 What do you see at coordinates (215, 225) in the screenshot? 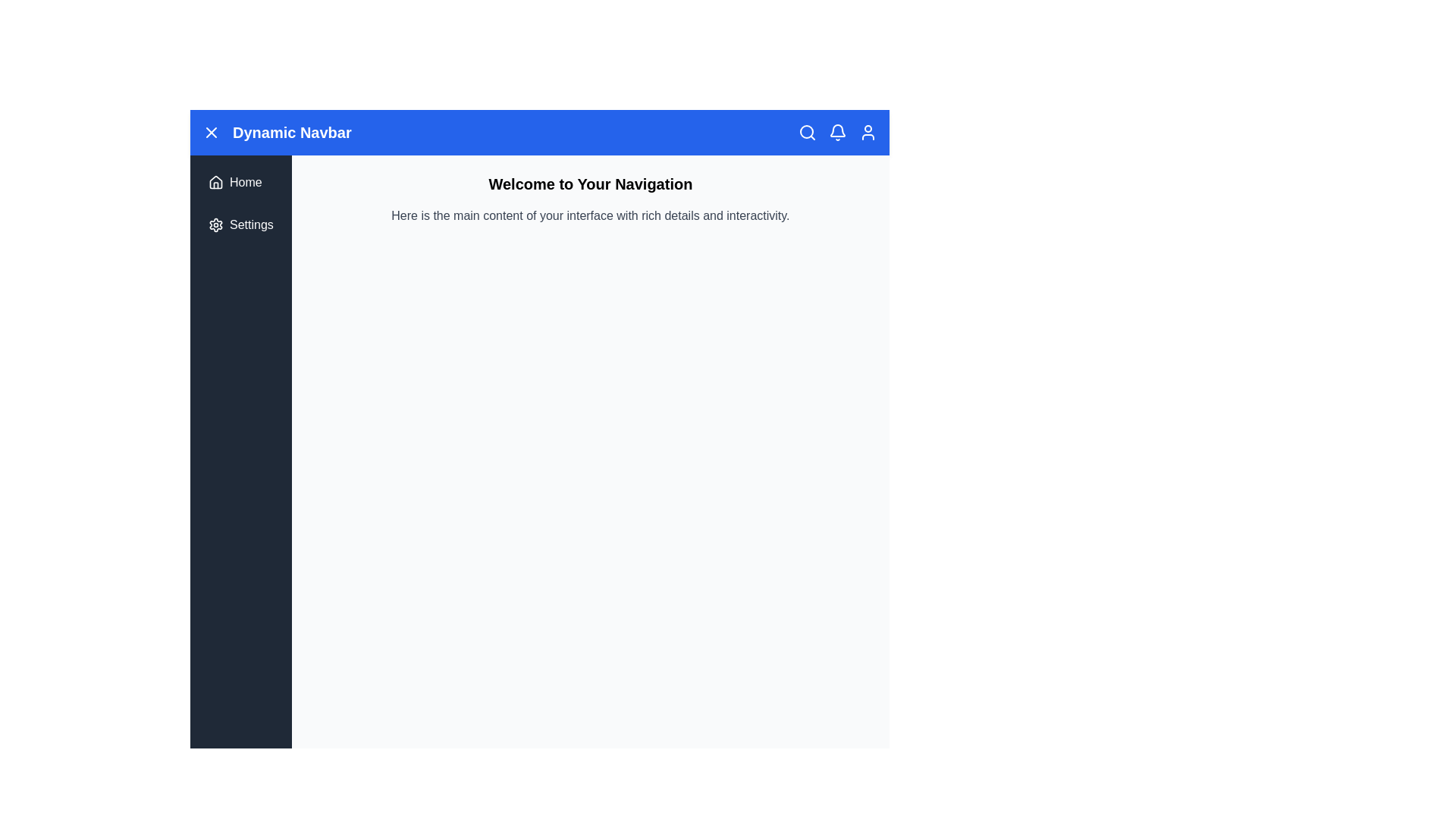
I see `the settings icon located to the left of the 'Settings' text label in the vertical navigation bar` at bounding box center [215, 225].